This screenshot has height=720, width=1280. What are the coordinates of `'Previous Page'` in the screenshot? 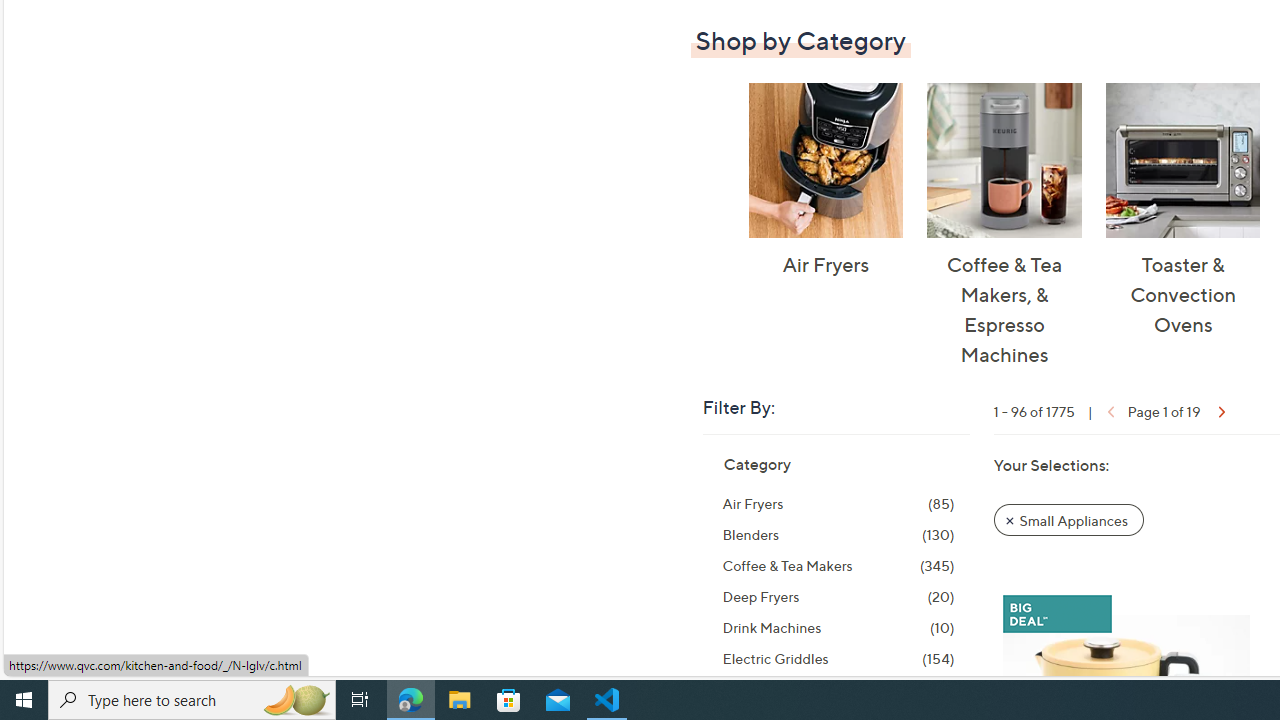 It's located at (1107, 409).